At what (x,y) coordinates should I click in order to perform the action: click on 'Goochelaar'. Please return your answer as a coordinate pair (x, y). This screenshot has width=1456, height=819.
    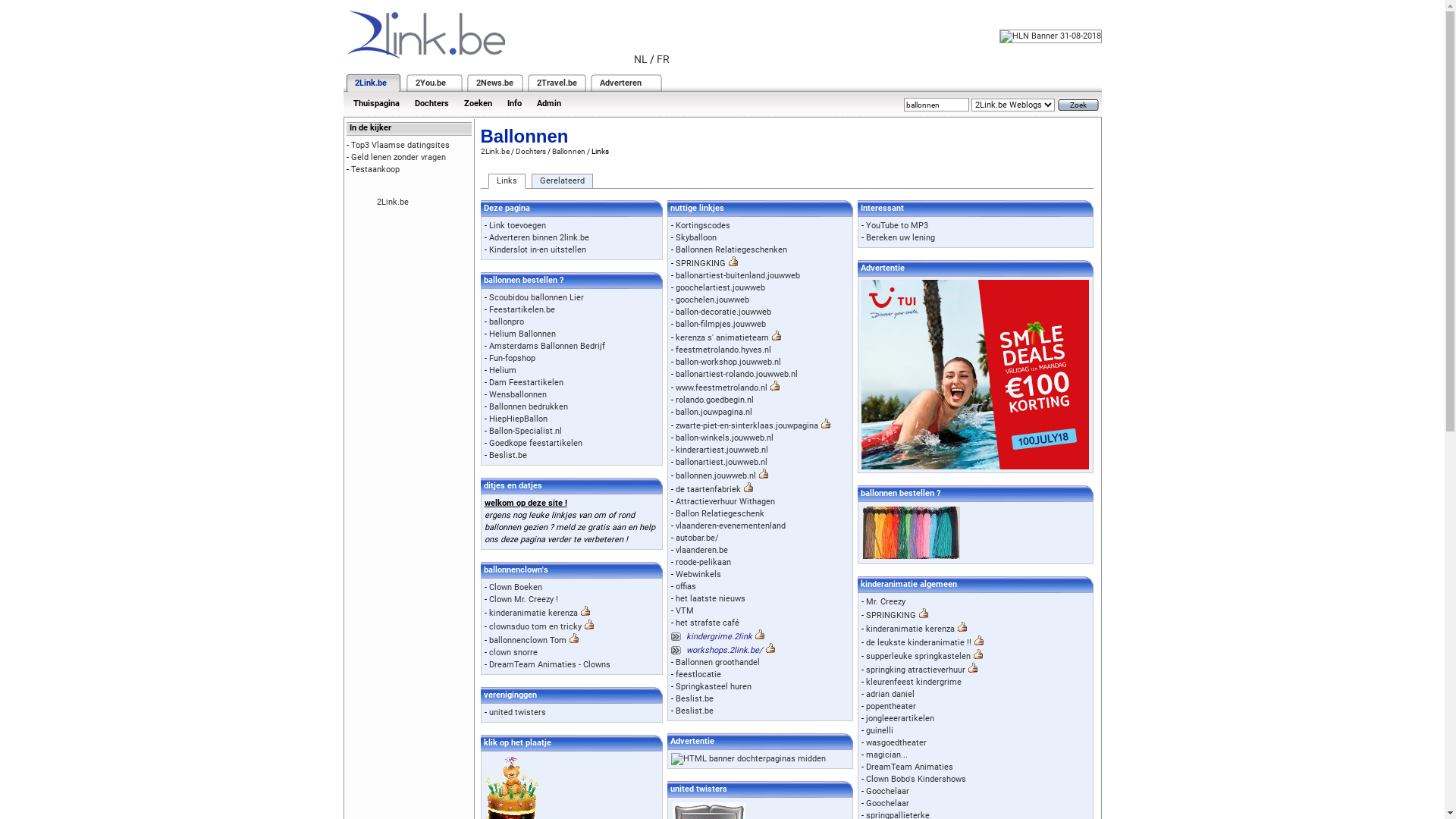
    Looking at the image, I should click on (887, 790).